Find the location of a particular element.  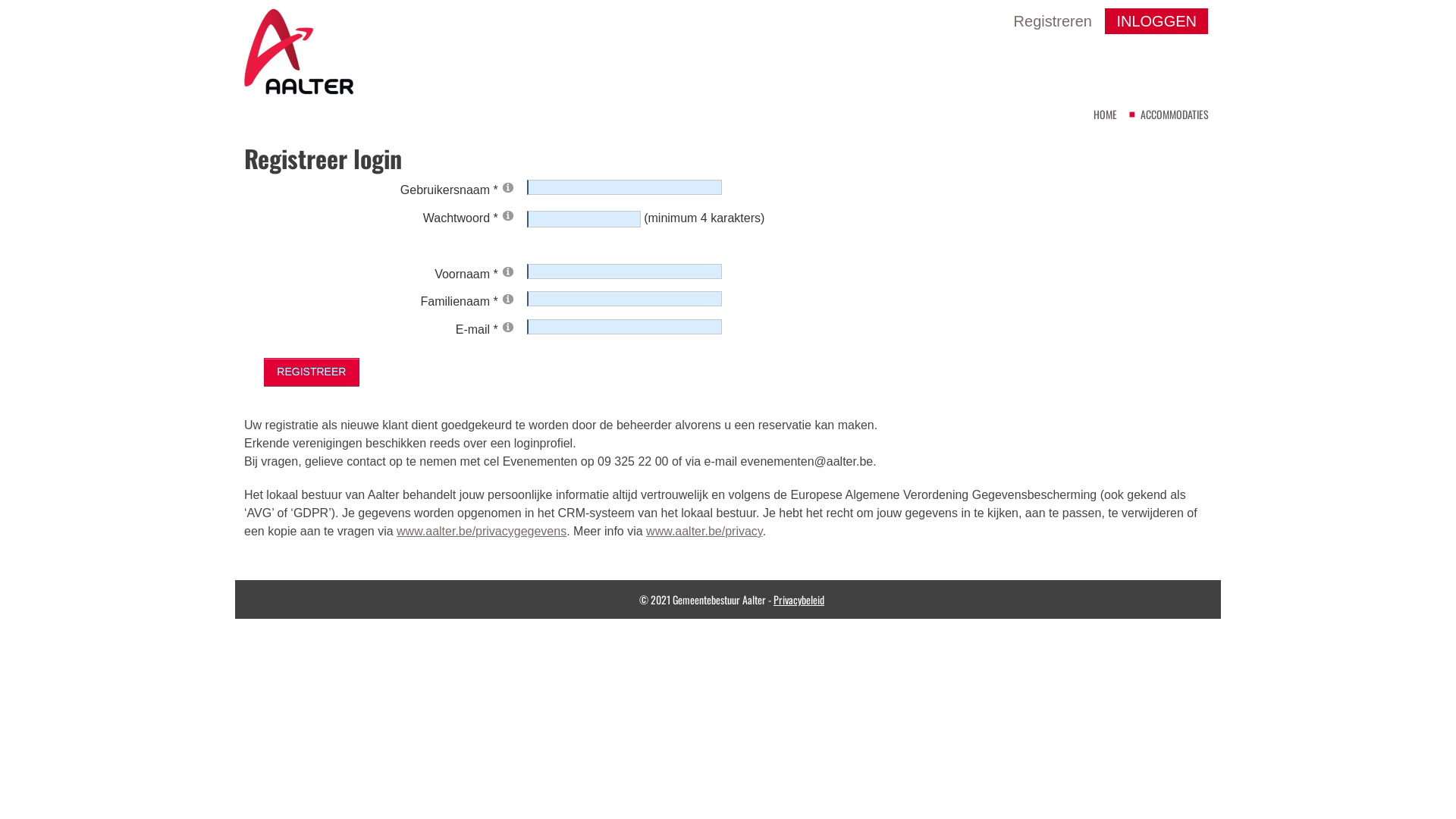

'Aalter' is located at coordinates (298, 49).